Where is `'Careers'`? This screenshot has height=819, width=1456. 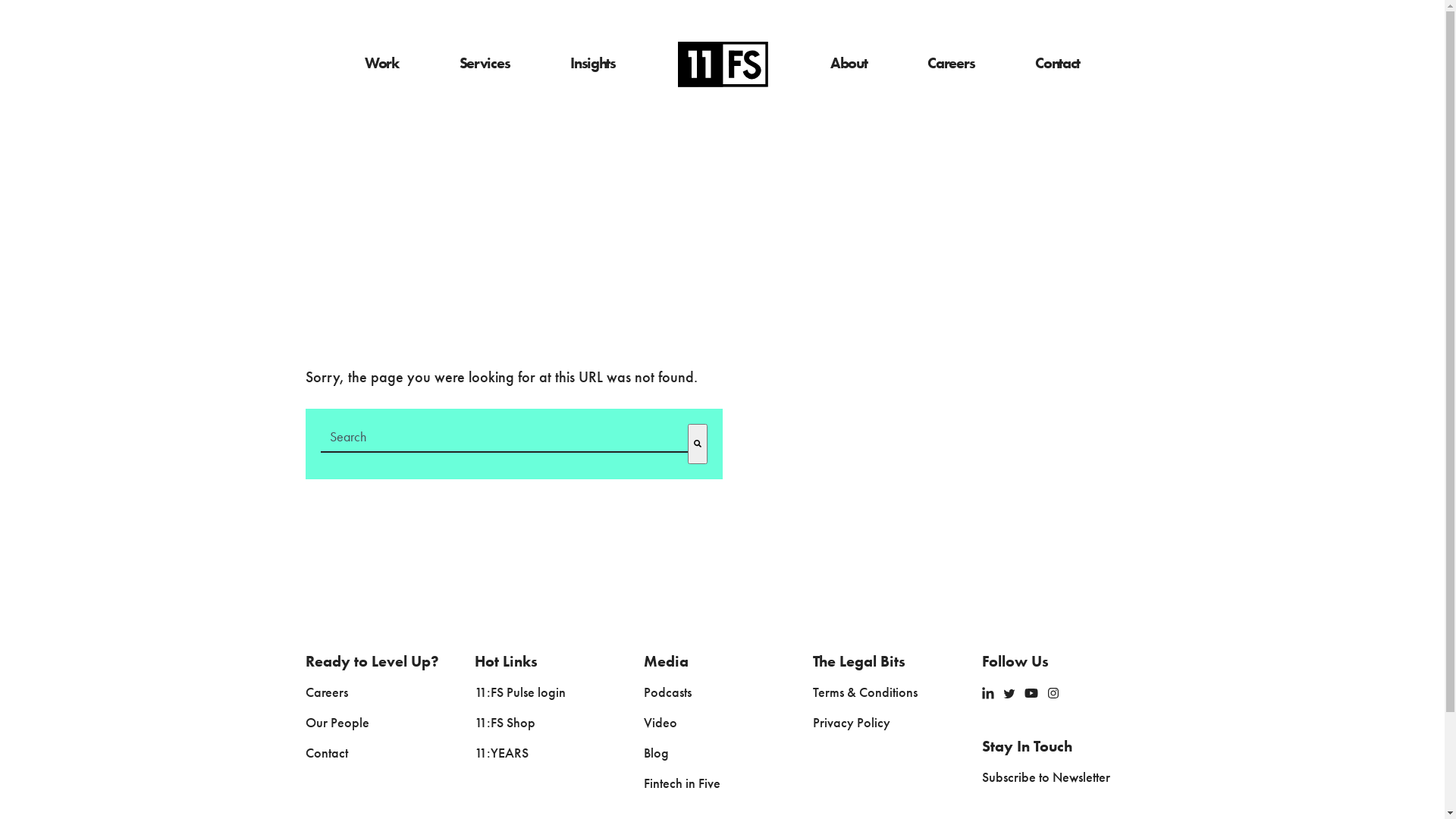 'Careers' is located at coordinates (304, 693).